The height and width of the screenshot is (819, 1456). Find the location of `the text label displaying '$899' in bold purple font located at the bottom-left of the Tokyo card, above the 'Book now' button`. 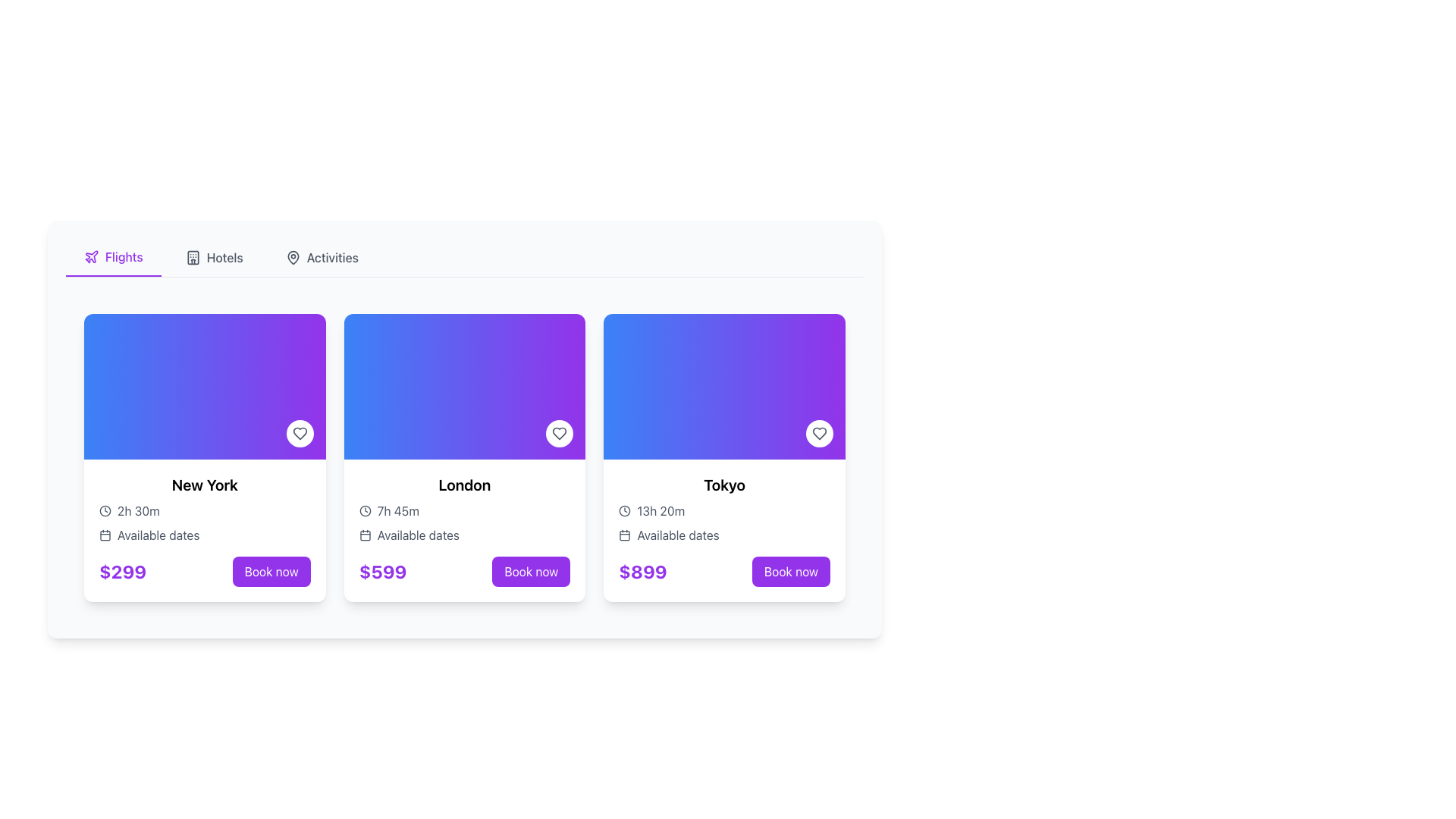

the text label displaying '$899' in bold purple font located at the bottom-left of the Tokyo card, above the 'Book now' button is located at coordinates (642, 571).